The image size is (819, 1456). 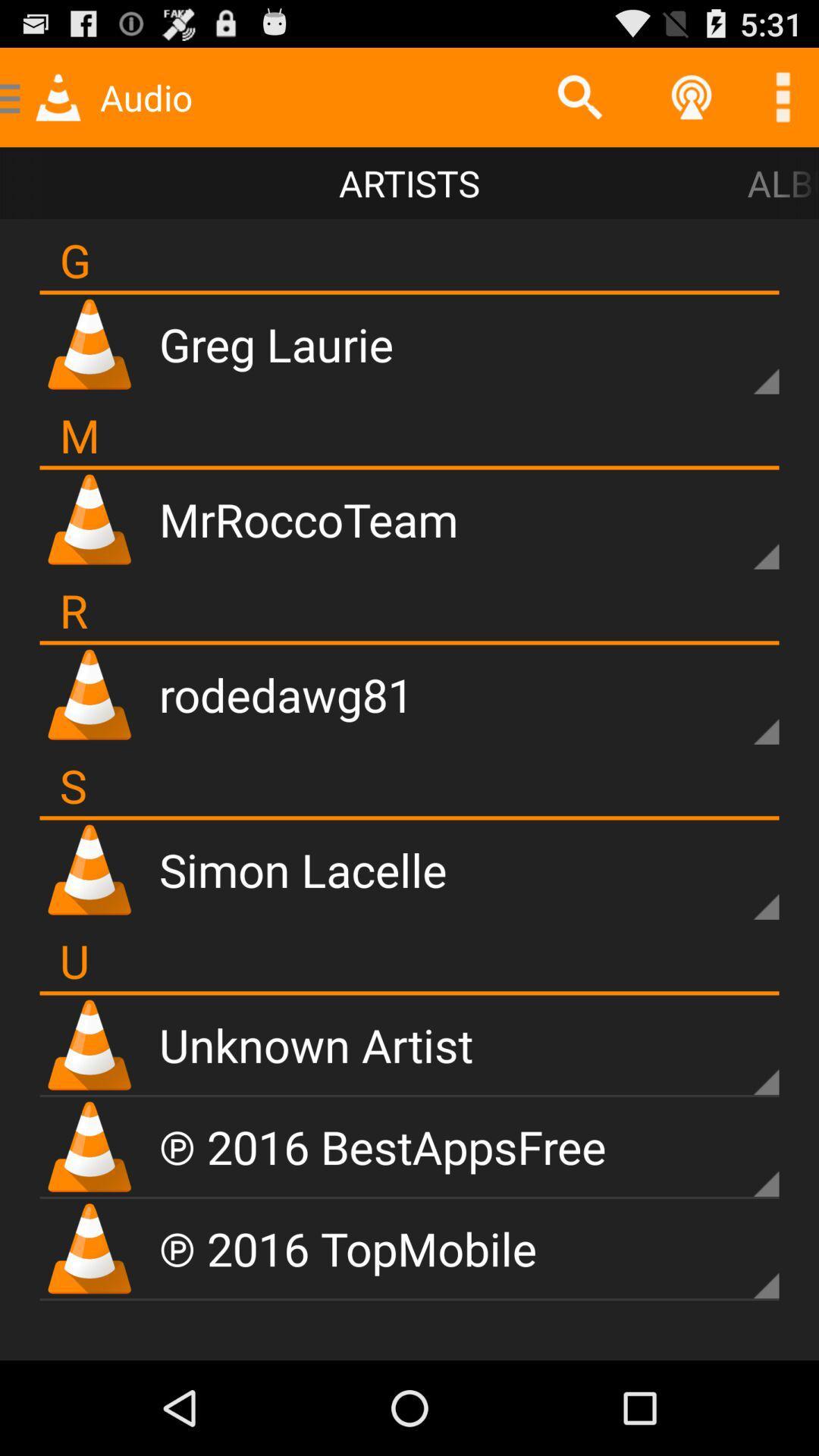 I want to click on the app above artists, so click(x=579, y=96).